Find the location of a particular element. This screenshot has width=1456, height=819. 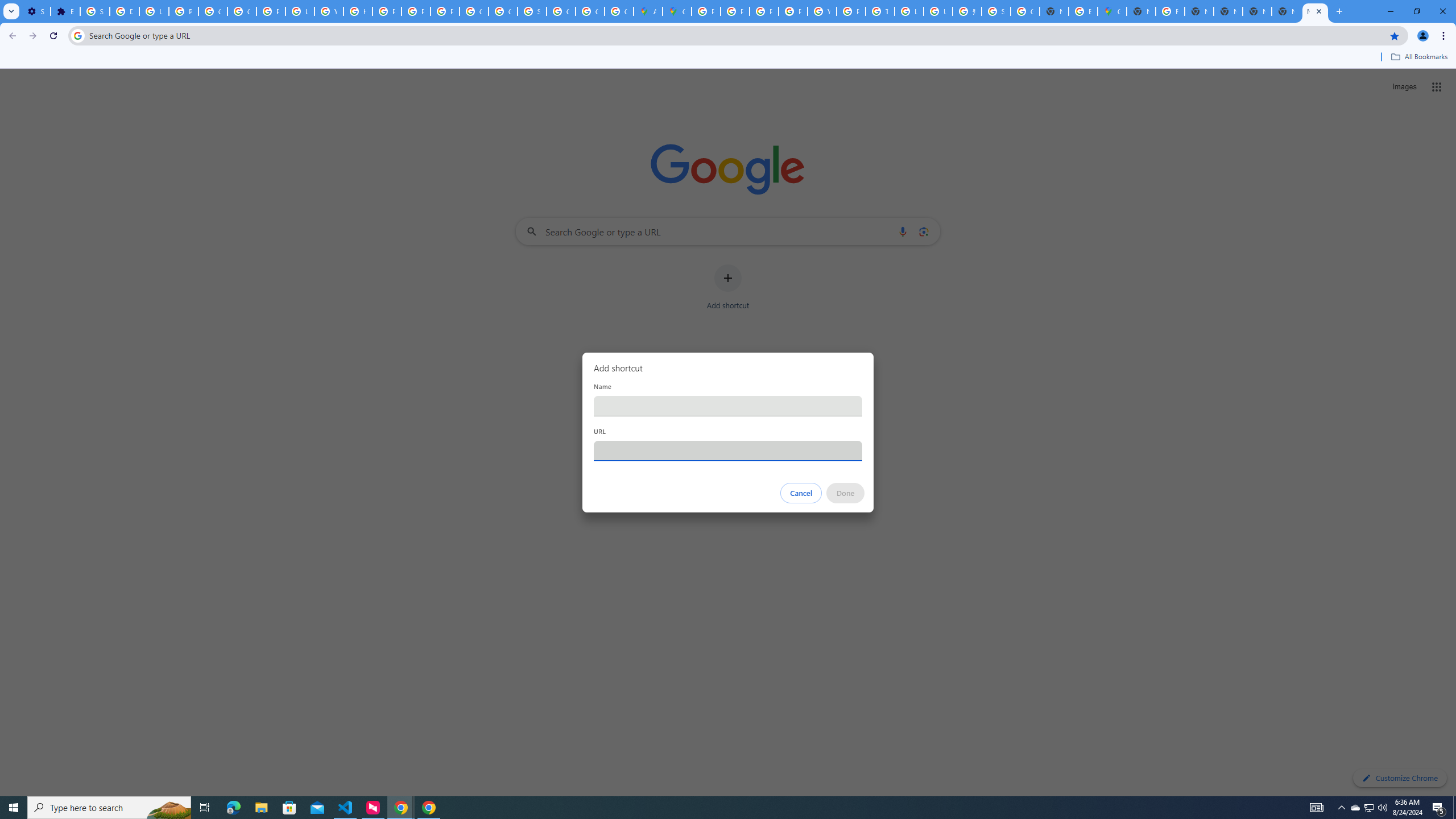

'Settings - On startup' is located at coordinates (35, 11).